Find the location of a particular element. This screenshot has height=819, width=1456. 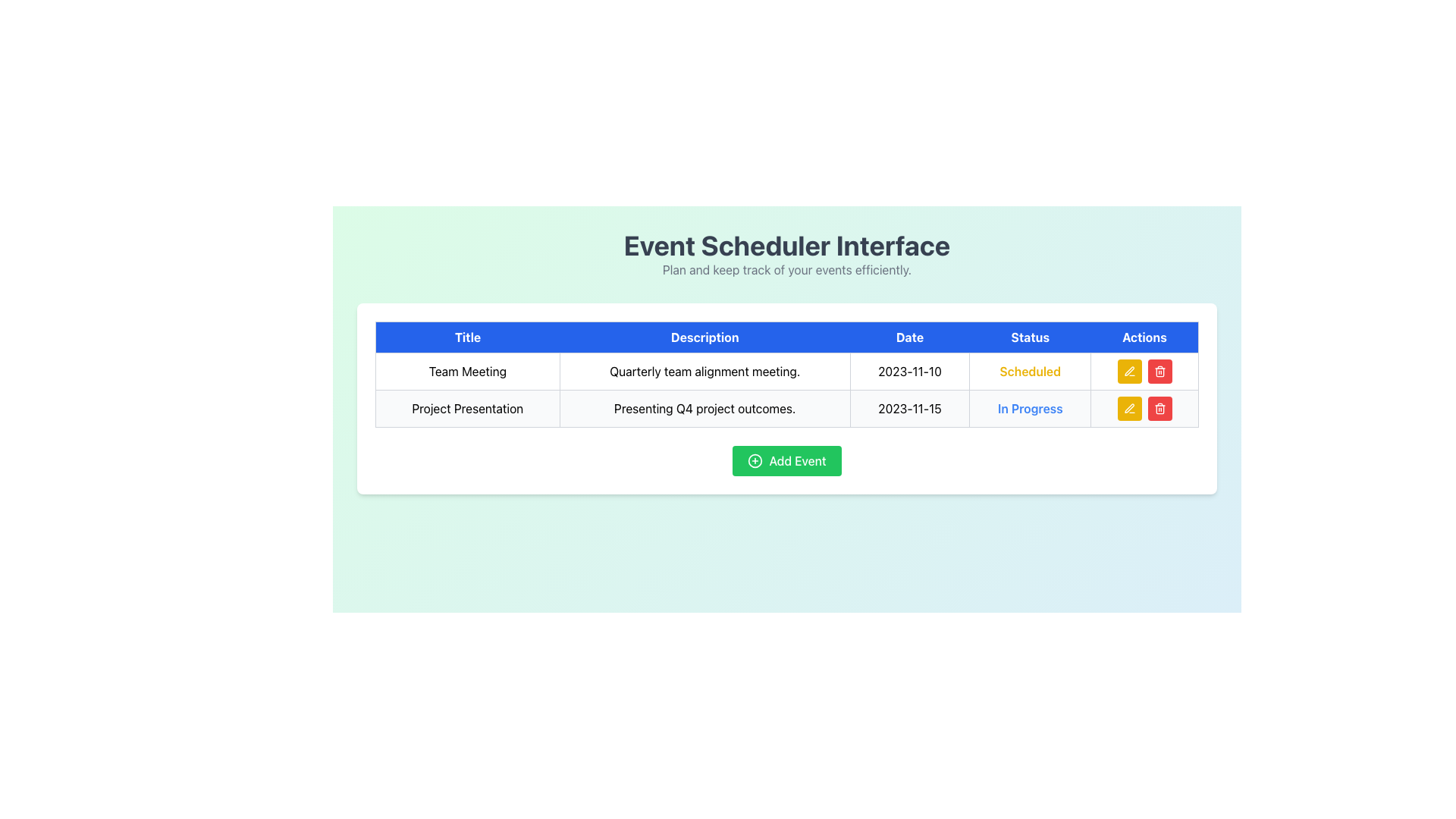

the pen icon in the 'Actions' column of the 'Project Presentation' row is located at coordinates (1129, 371).